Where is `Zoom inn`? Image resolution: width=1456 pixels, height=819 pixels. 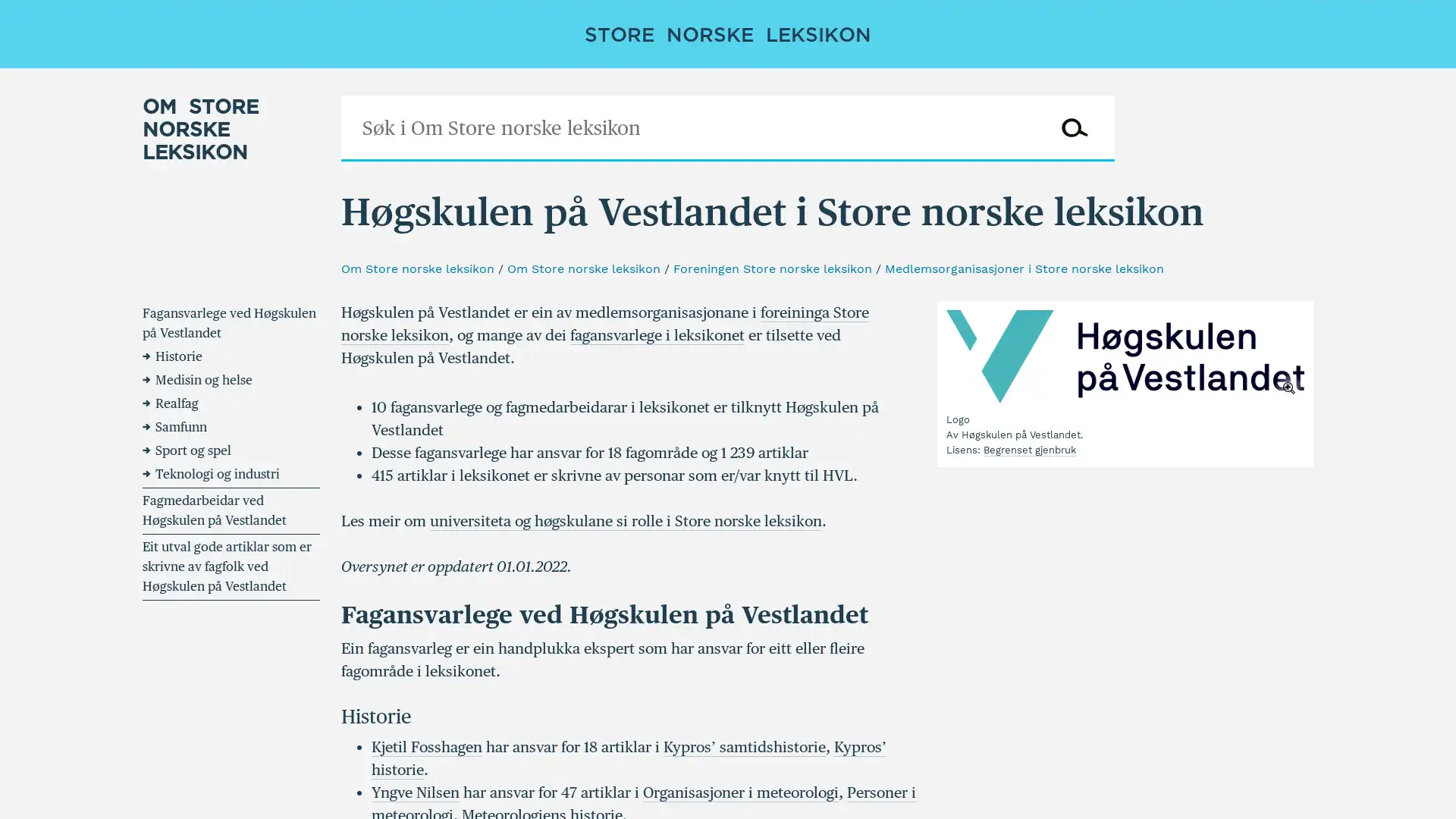 Zoom inn is located at coordinates (1125, 356).